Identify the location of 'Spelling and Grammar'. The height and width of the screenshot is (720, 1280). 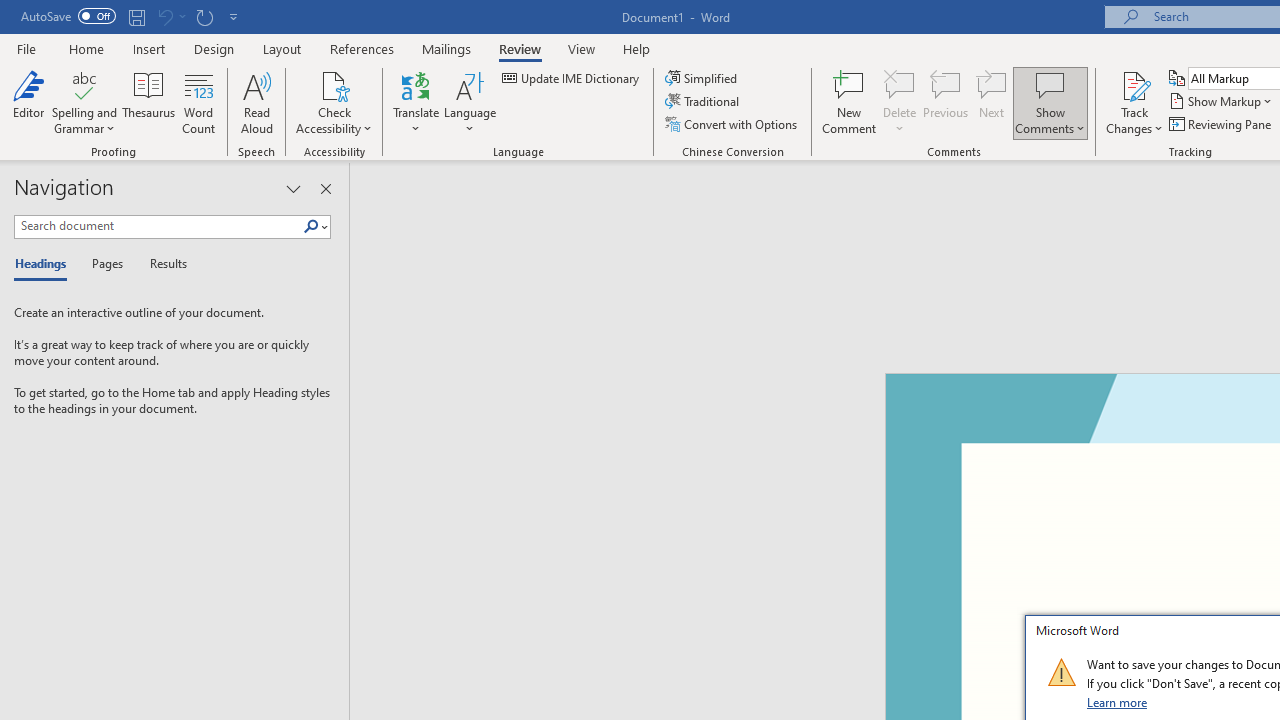
(84, 103).